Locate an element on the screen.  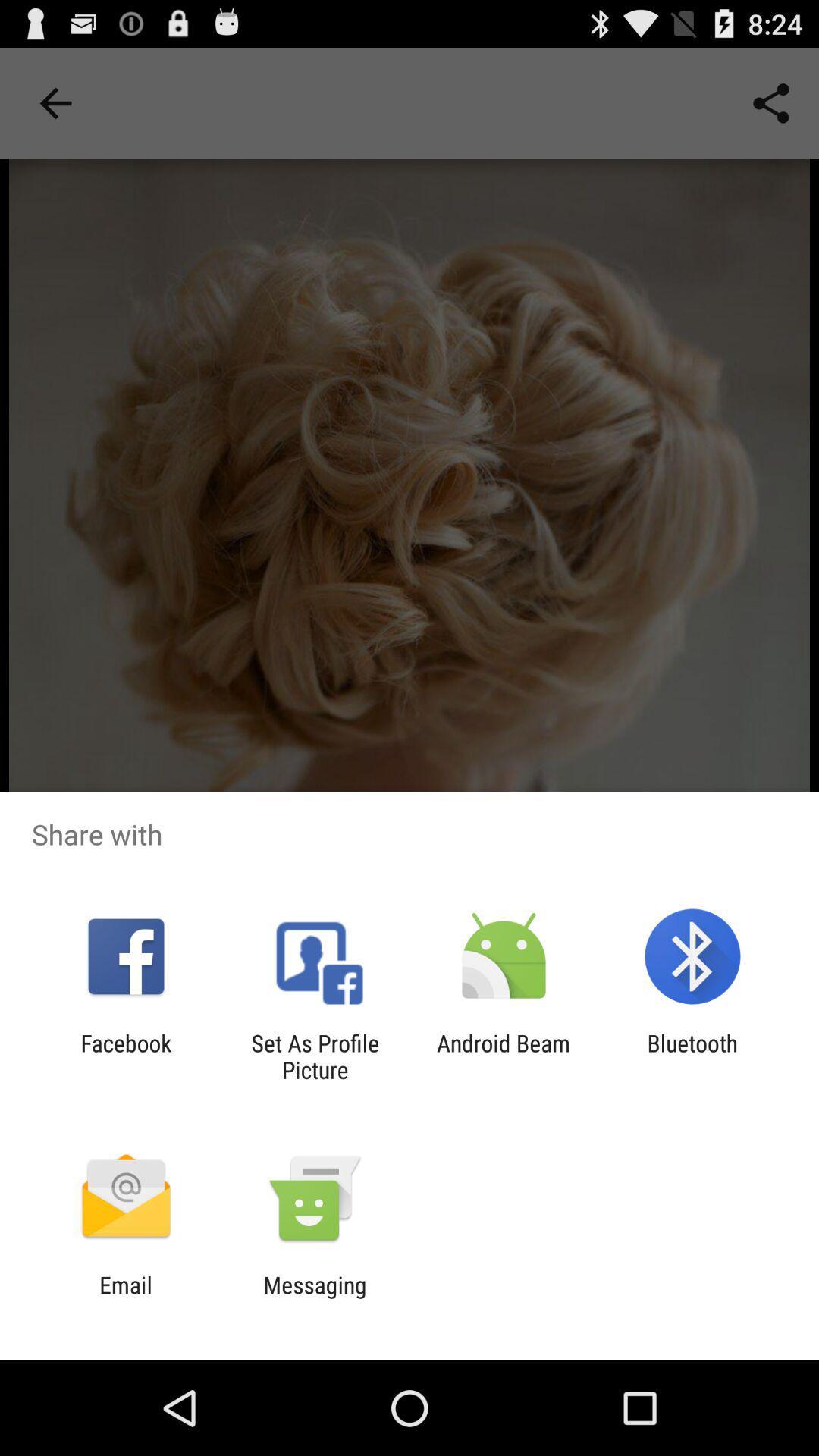
app to the left of set as profile icon is located at coordinates (125, 1056).